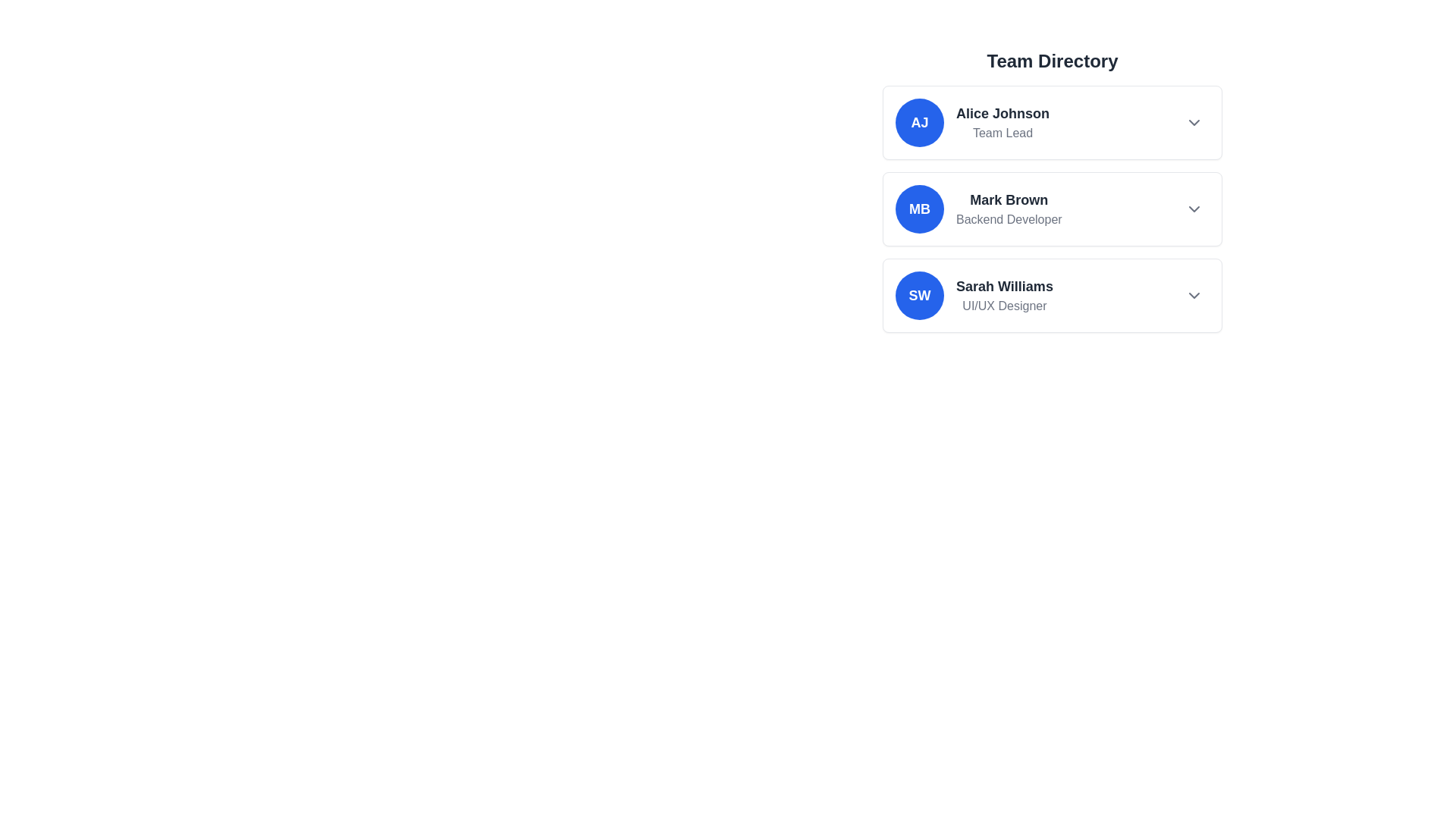 This screenshot has height=819, width=1456. I want to click on on the text label indicating the name of the individual in the 'UI/UX Designer' entry in the 'Team Directory' list, so click(1004, 287).